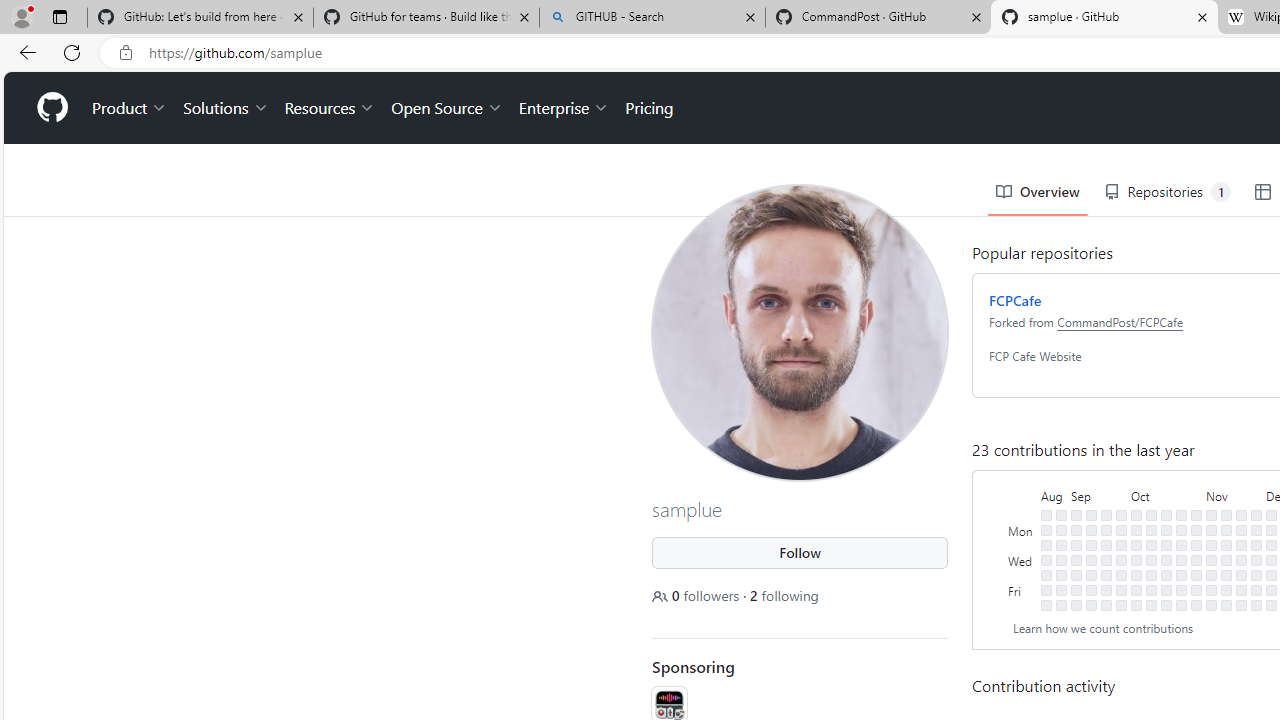 The width and height of the screenshot is (1280, 720). Describe the element at coordinates (1240, 604) in the screenshot. I see `'No contributions on November 25th.'` at that location.